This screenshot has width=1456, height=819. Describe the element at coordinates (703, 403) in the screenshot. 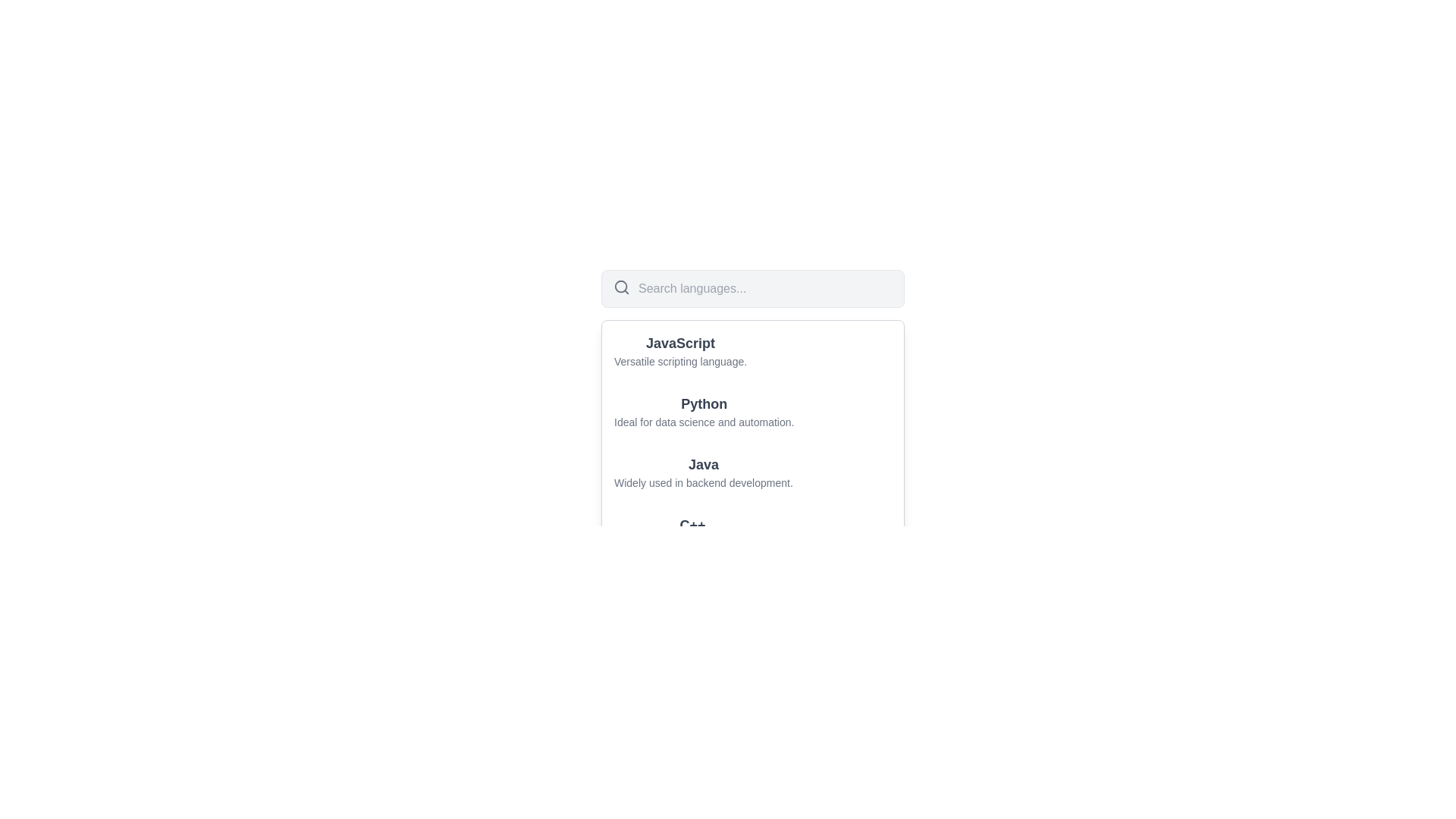

I see `the text label displaying 'Python', which is styled in bold and is larger than the surrounding text, located between the 'JavaScript' and 'Java' labels` at that location.